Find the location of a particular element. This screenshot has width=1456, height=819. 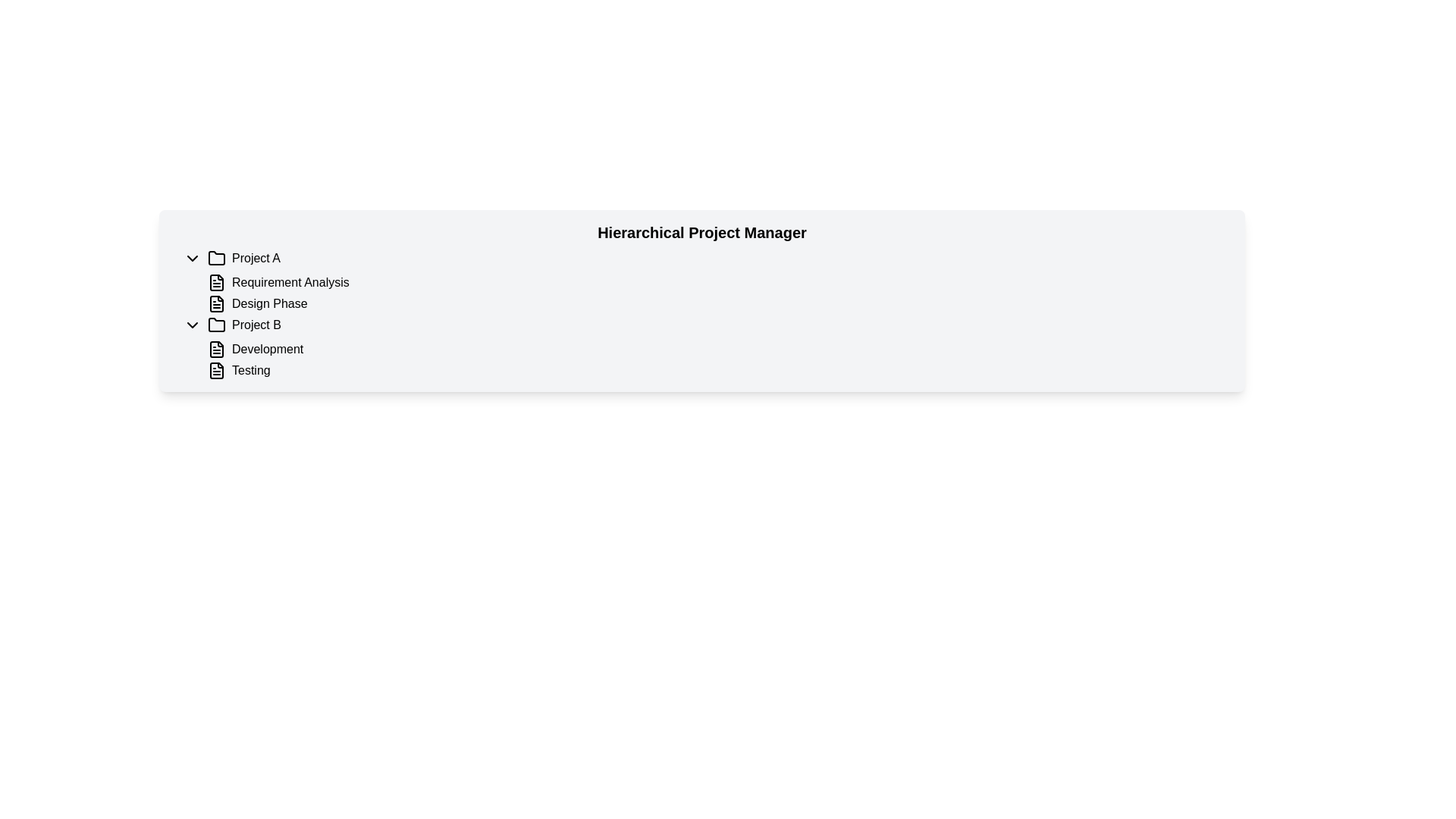

text header located at the top-center of the gray box, which serves as a title for the content below is located at coordinates (701, 233).